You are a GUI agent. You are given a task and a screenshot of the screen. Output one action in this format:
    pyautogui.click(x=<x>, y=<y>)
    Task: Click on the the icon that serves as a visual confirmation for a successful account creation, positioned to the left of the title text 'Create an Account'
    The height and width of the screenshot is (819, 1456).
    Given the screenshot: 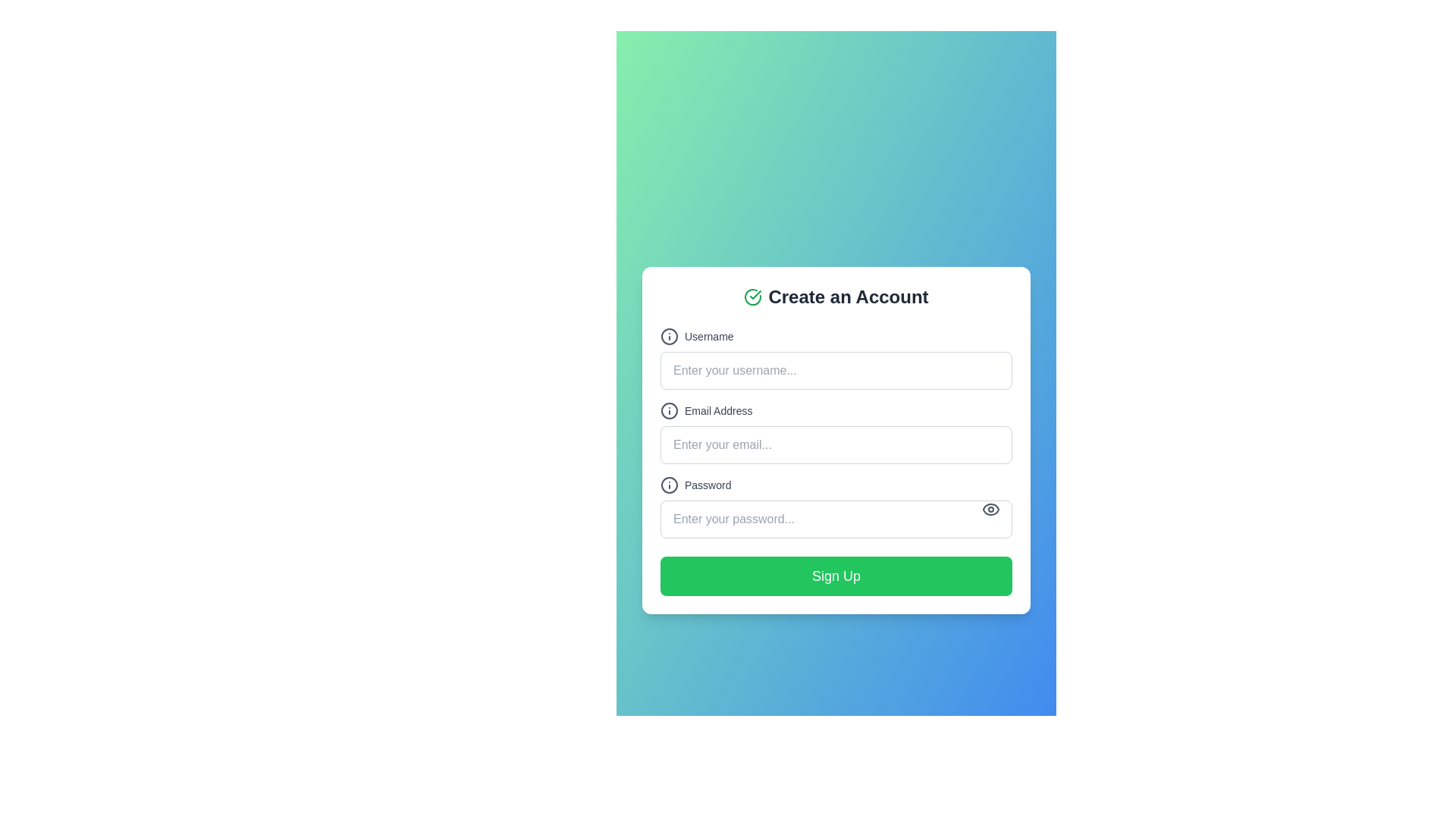 What is the action you would take?
    pyautogui.click(x=753, y=297)
    